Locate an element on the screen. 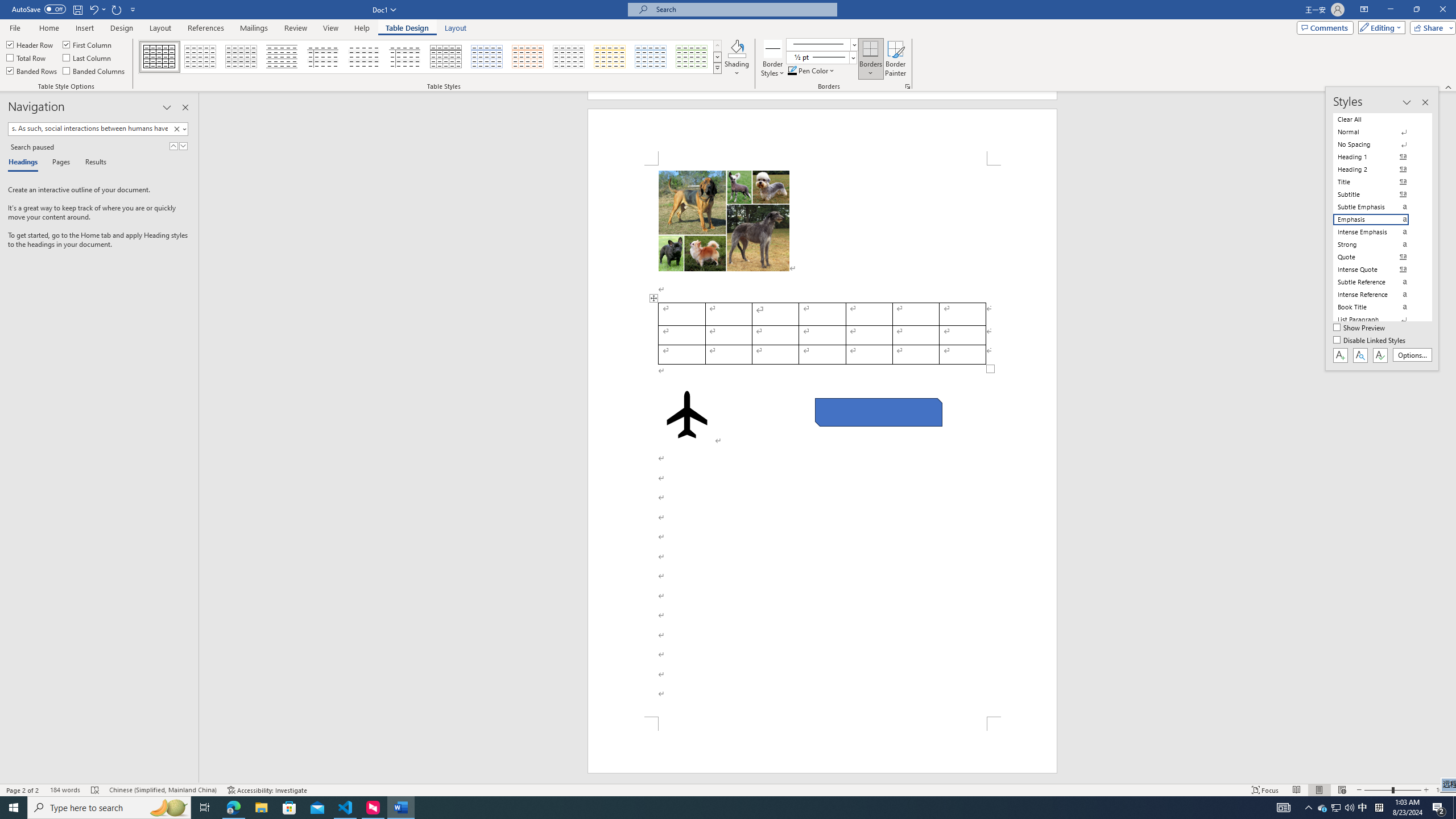  'Clear' is located at coordinates (178, 128).